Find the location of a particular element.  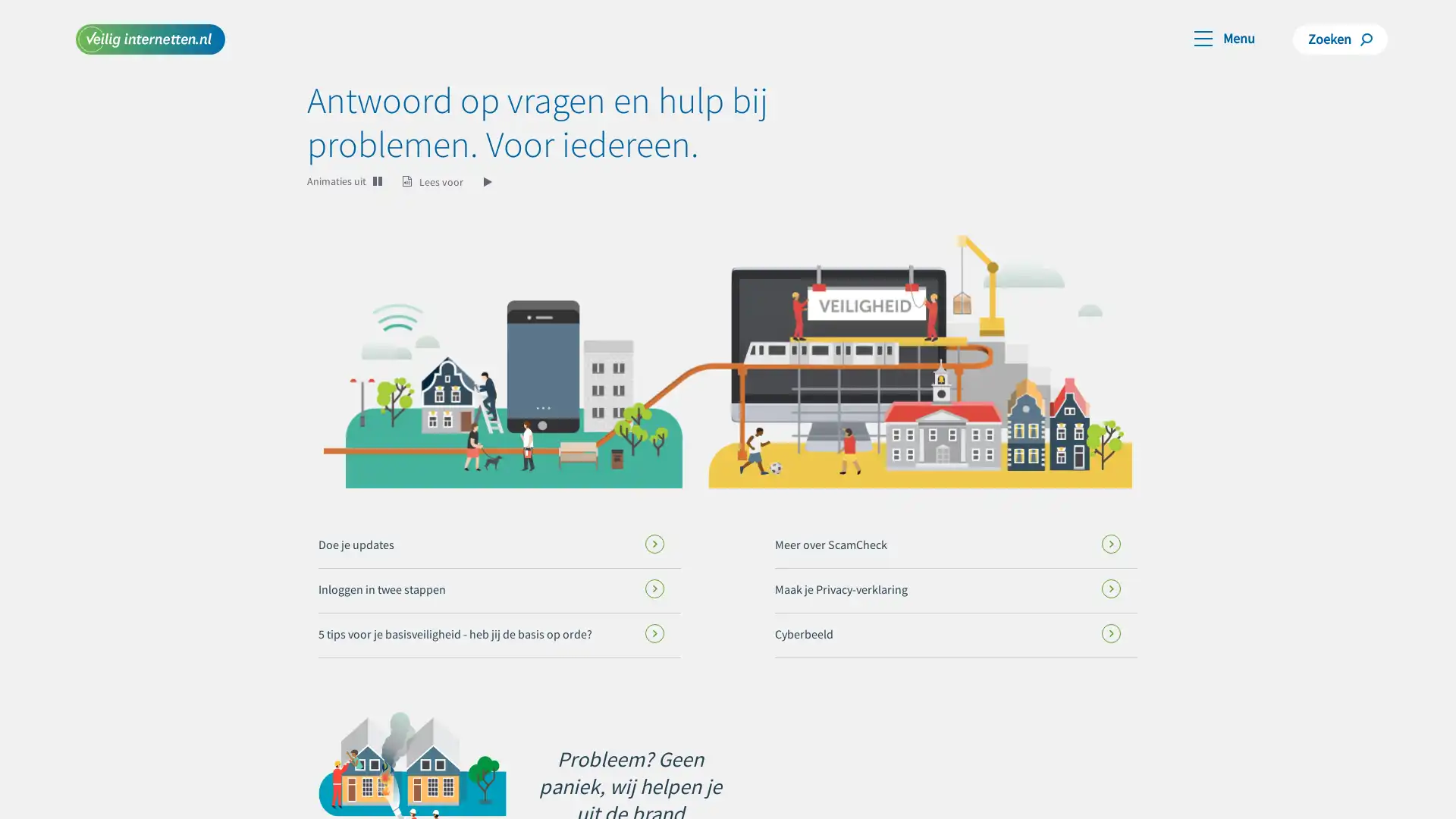

Toggle navigation Menu is located at coordinates (1224, 36).